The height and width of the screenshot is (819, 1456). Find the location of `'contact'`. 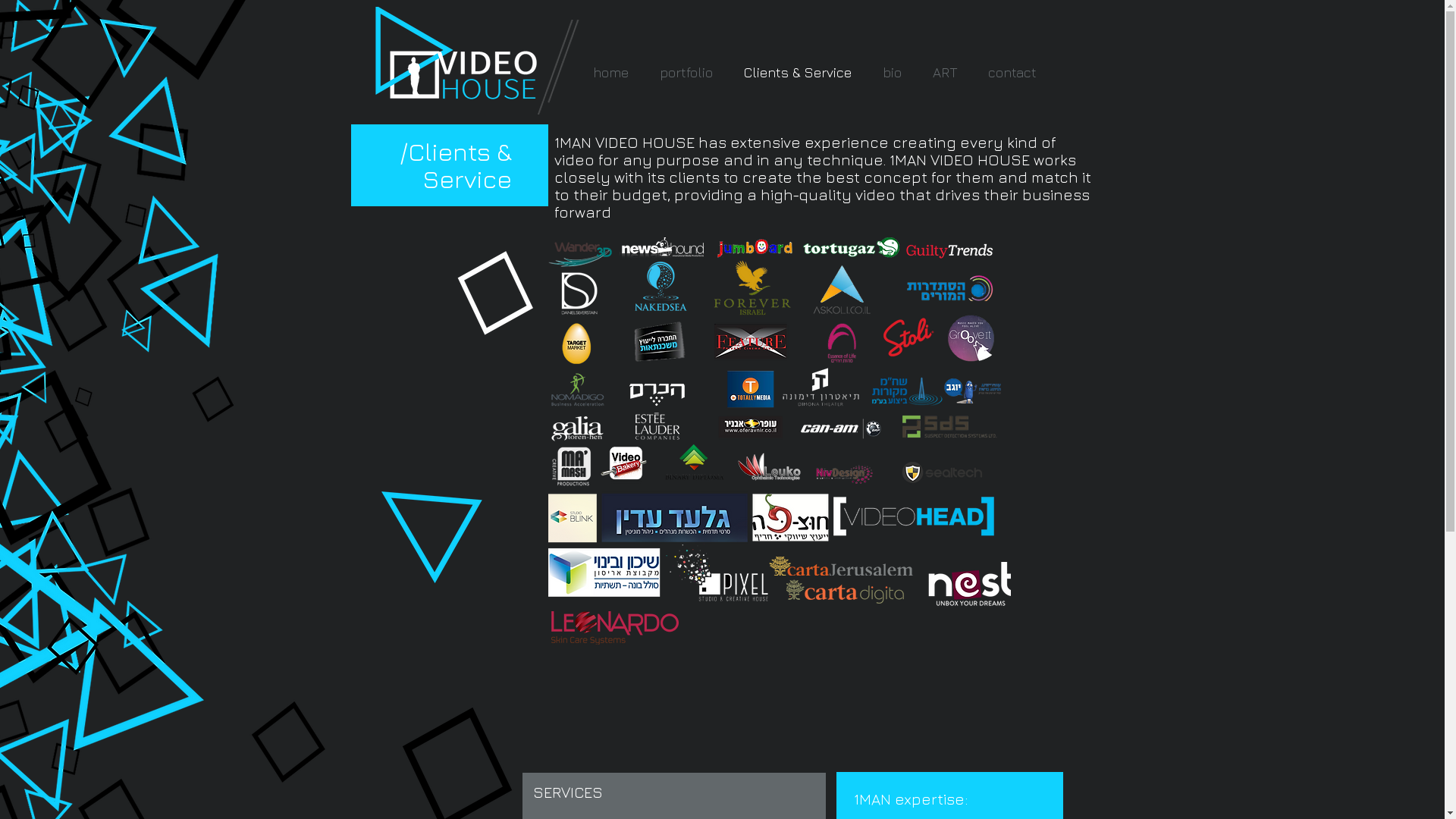

'contact' is located at coordinates (1012, 72).